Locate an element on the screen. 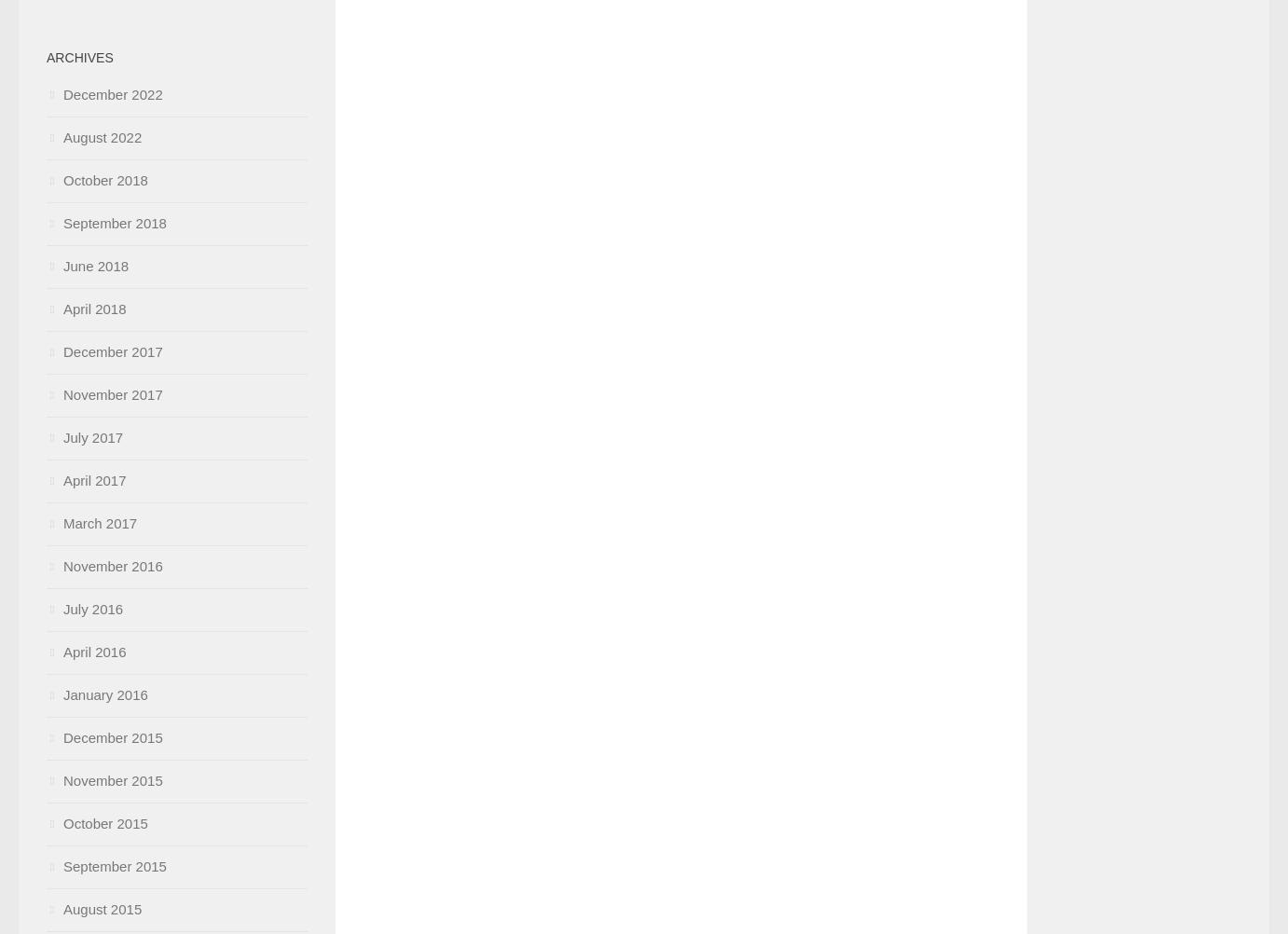 The width and height of the screenshot is (1288, 934). 'November 2016' is located at coordinates (113, 565).